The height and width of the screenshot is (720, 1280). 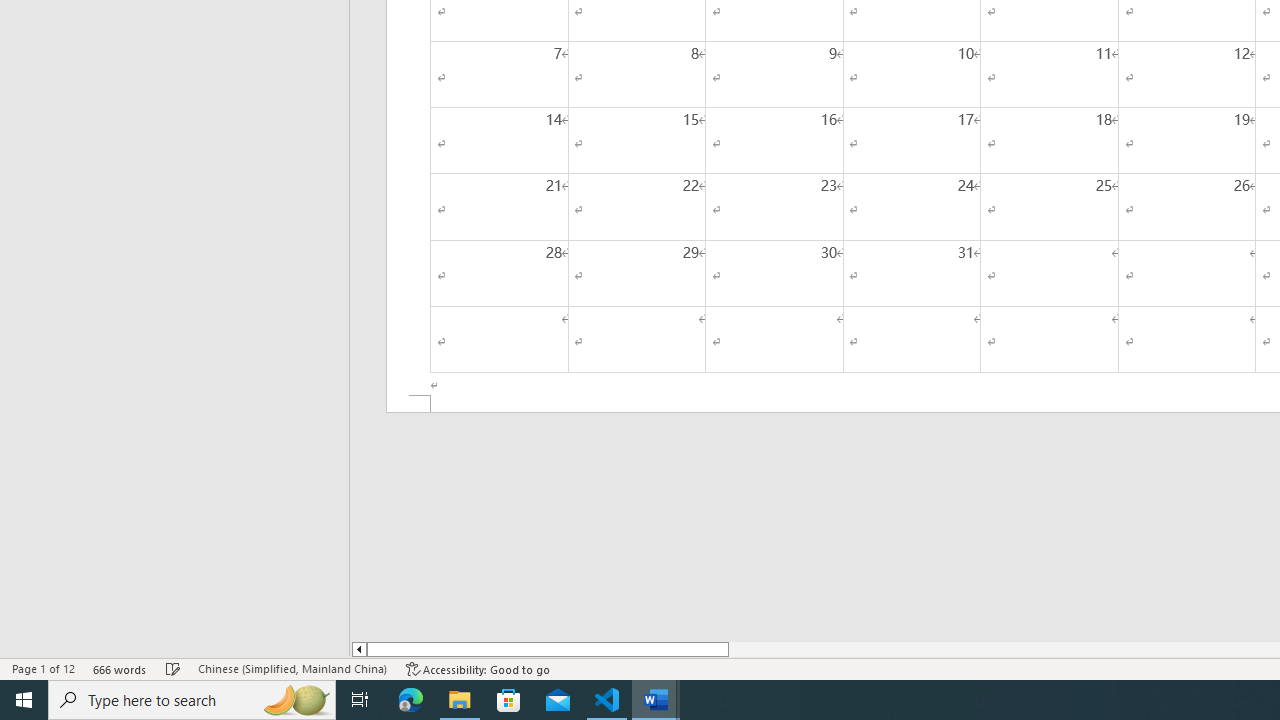 What do you see at coordinates (43, 669) in the screenshot?
I see `'Page Number Page 1 of 12'` at bounding box center [43, 669].